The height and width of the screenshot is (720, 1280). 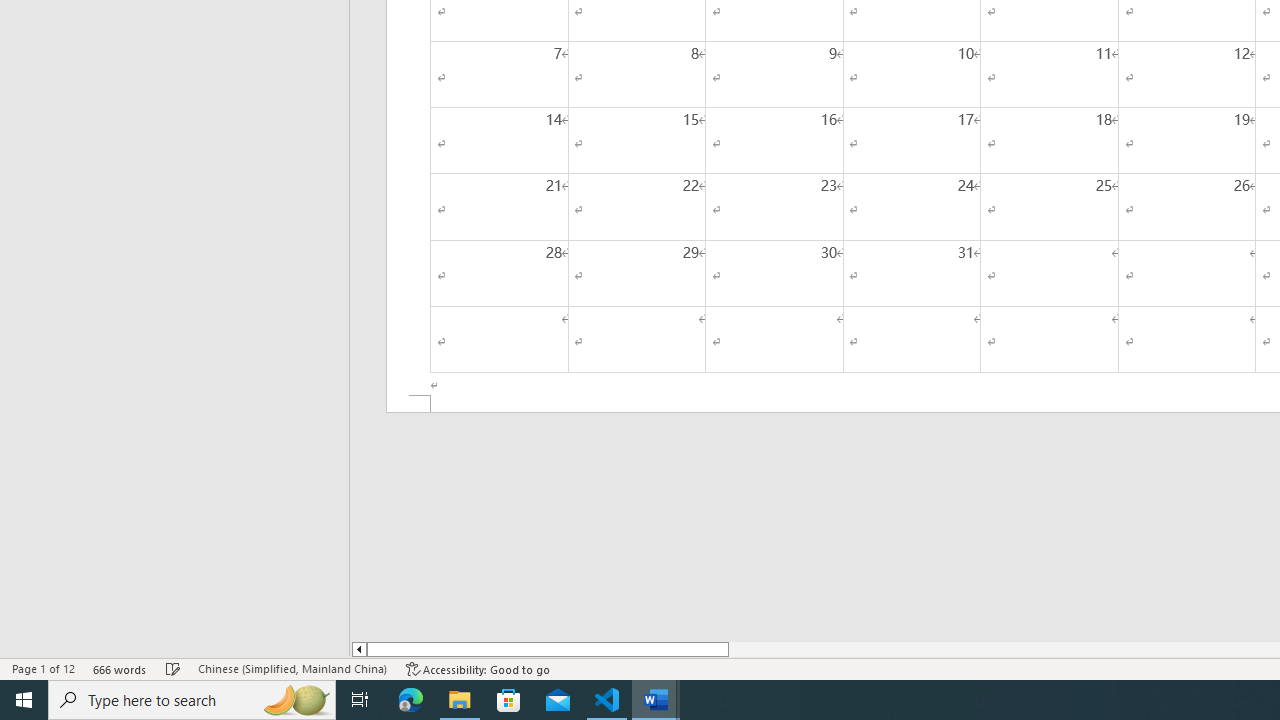 What do you see at coordinates (43, 669) in the screenshot?
I see `'Page Number Page 1 of 12'` at bounding box center [43, 669].